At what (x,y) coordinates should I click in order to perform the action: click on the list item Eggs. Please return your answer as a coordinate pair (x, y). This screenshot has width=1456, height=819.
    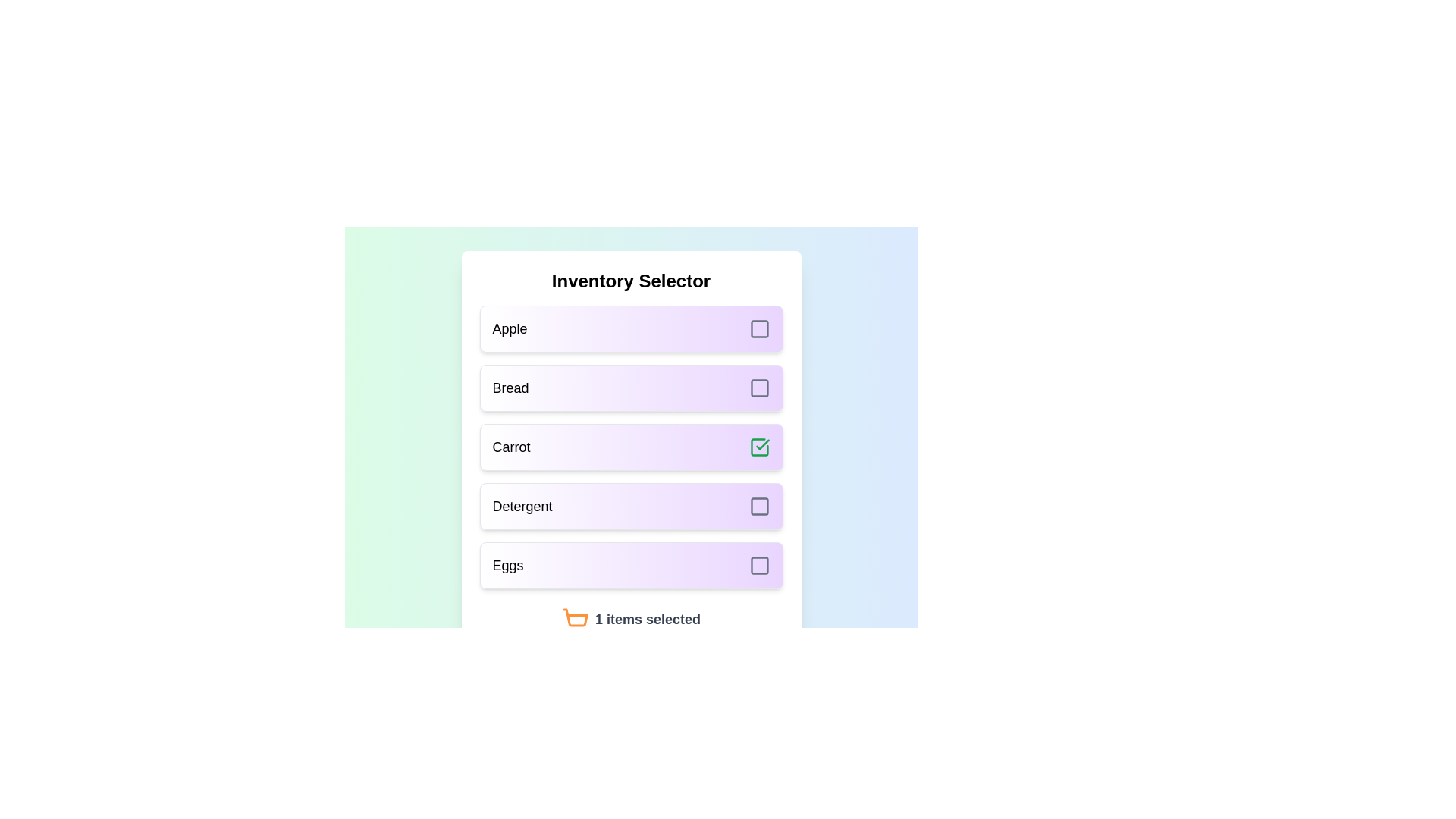
    Looking at the image, I should click on (631, 565).